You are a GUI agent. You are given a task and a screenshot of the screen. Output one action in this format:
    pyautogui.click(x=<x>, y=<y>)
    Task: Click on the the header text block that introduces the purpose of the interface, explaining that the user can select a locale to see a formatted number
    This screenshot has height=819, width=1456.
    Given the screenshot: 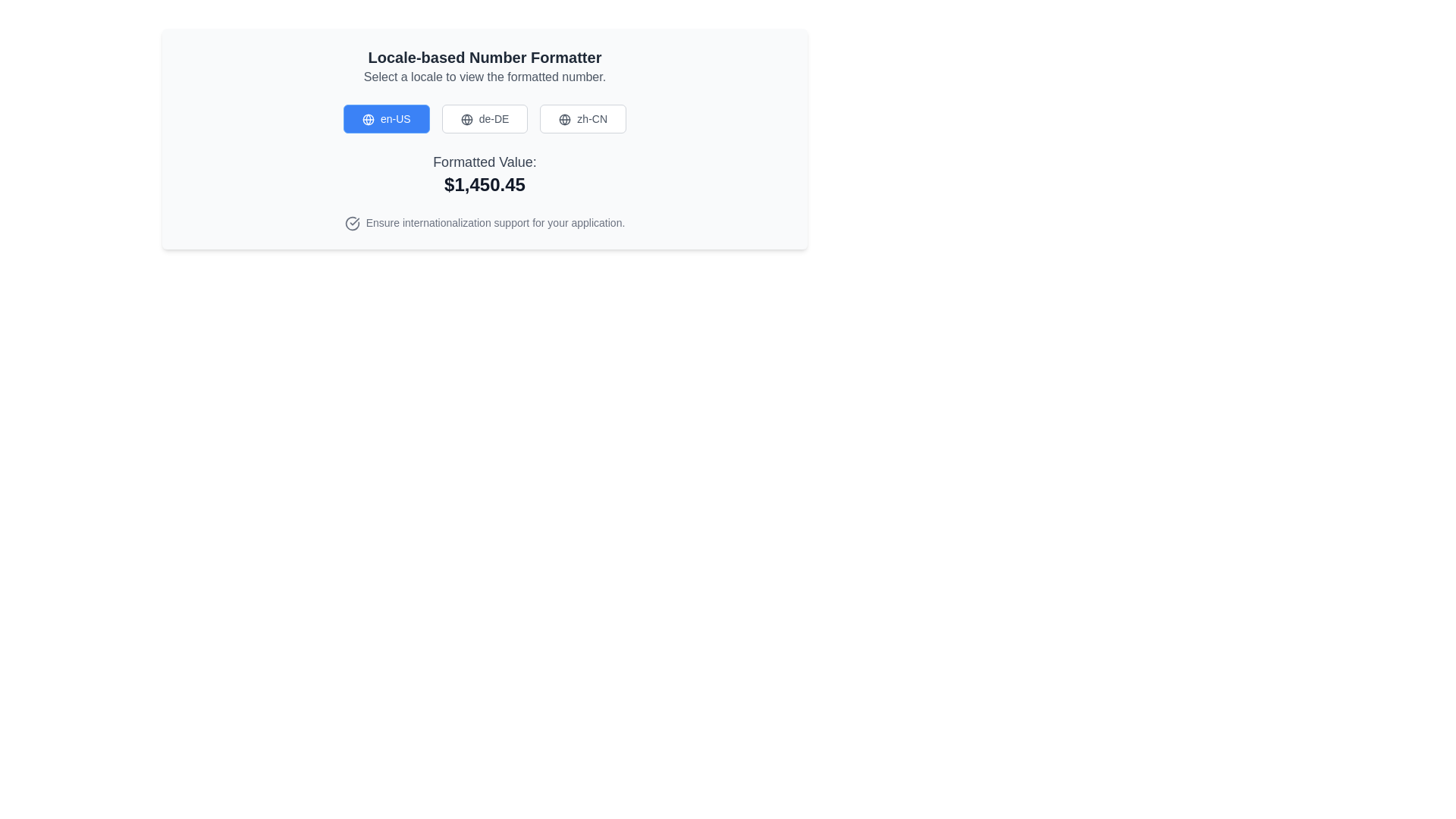 What is the action you would take?
    pyautogui.click(x=484, y=66)
    